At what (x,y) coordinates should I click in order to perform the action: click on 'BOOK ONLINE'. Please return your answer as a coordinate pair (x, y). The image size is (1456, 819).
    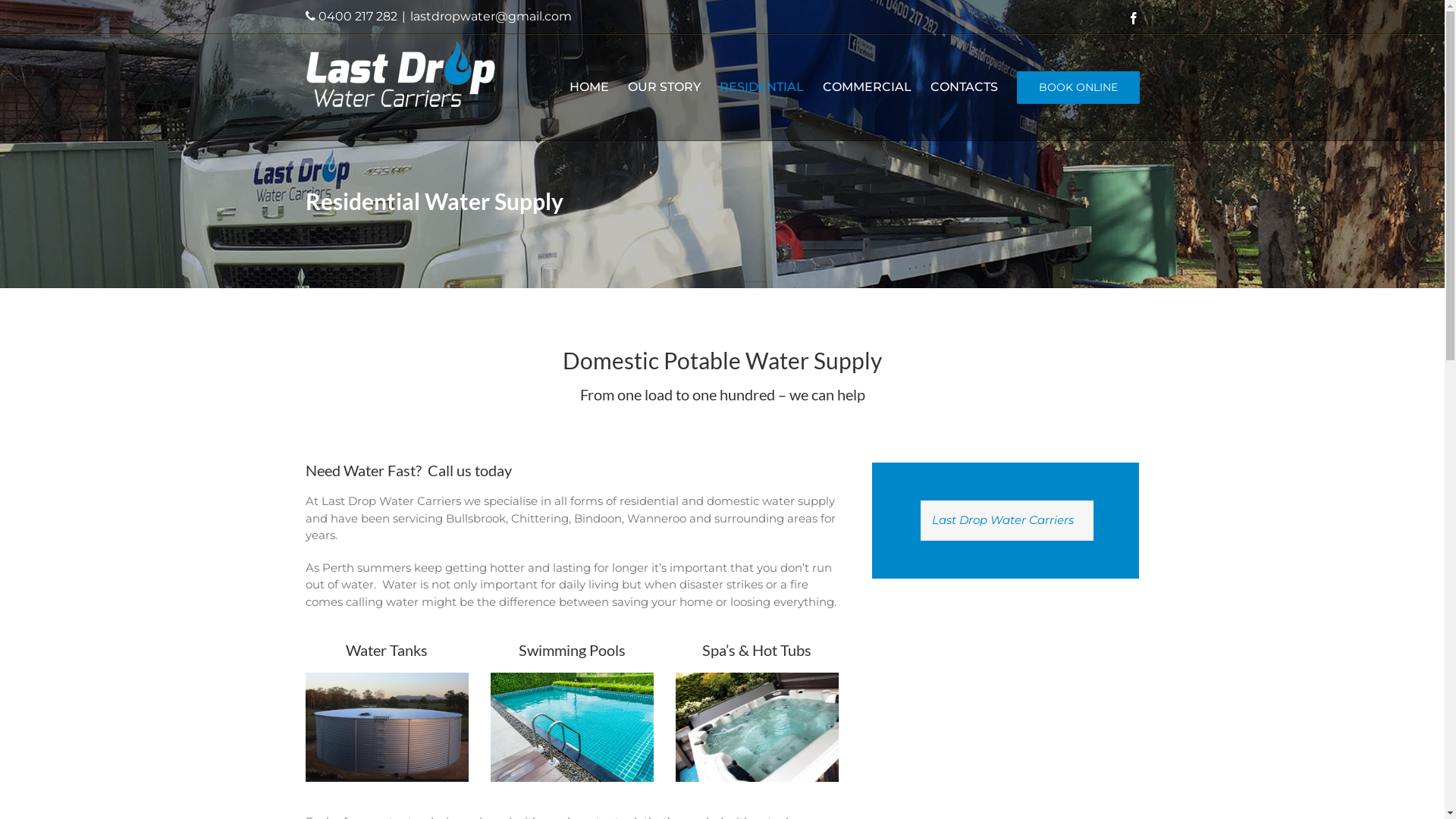
    Looking at the image, I should click on (1076, 87).